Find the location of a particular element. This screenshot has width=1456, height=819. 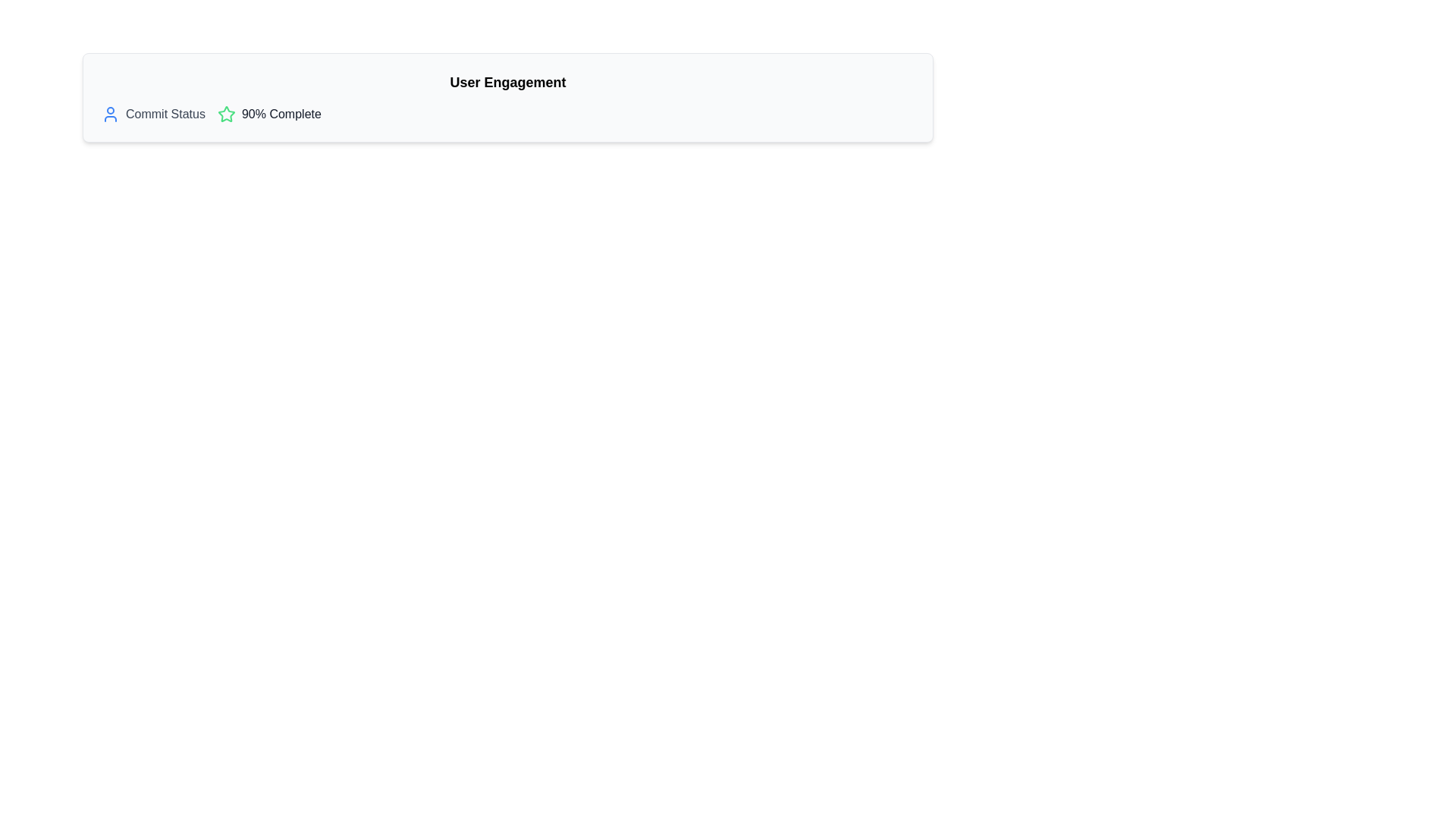

the blue person icon, which is the leftmost element in the horizontal arrangement that includes the text 'Commit Status' and other icons is located at coordinates (109, 113).